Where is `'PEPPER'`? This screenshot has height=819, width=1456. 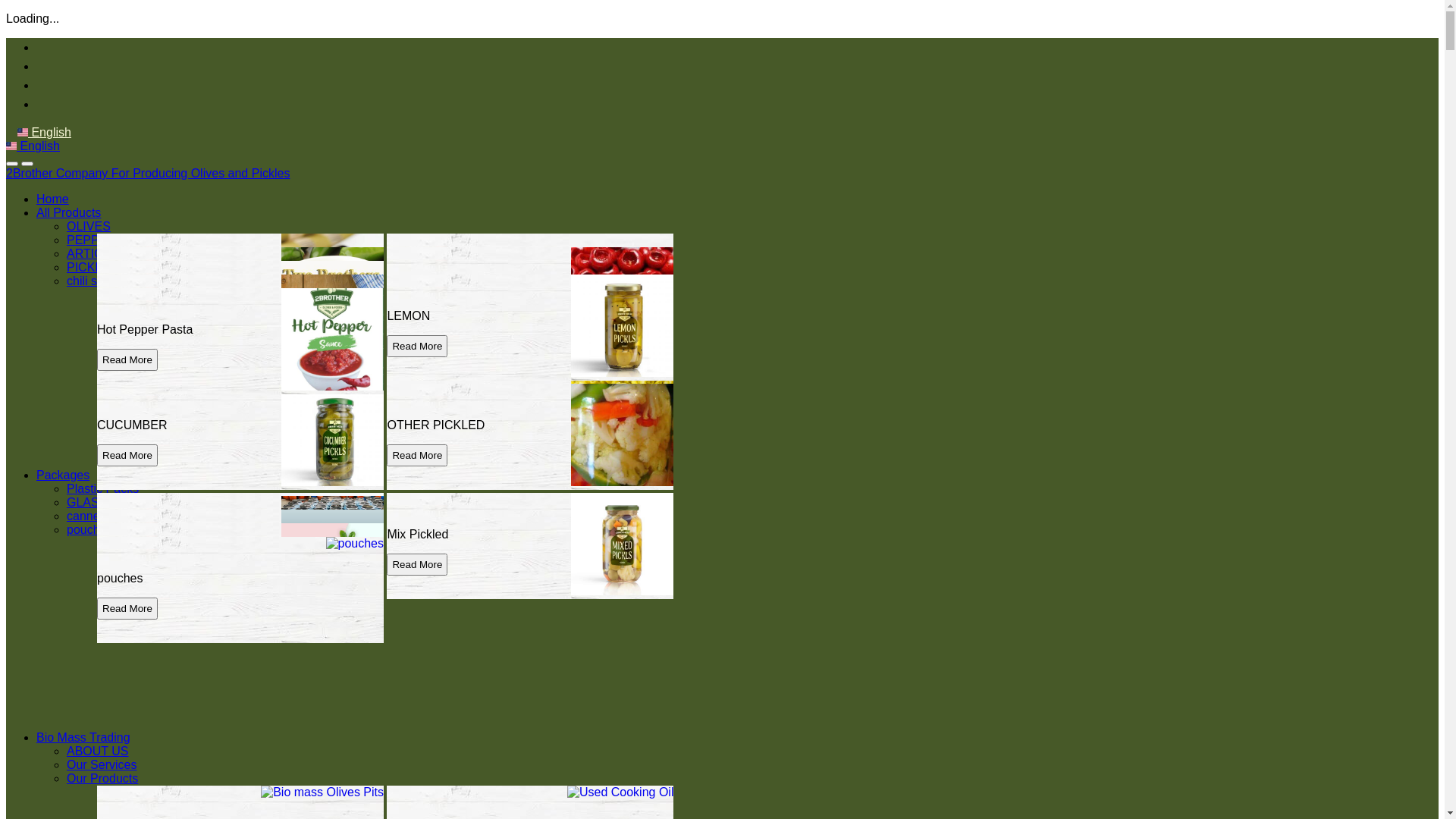
'PEPPER' is located at coordinates (65, 239).